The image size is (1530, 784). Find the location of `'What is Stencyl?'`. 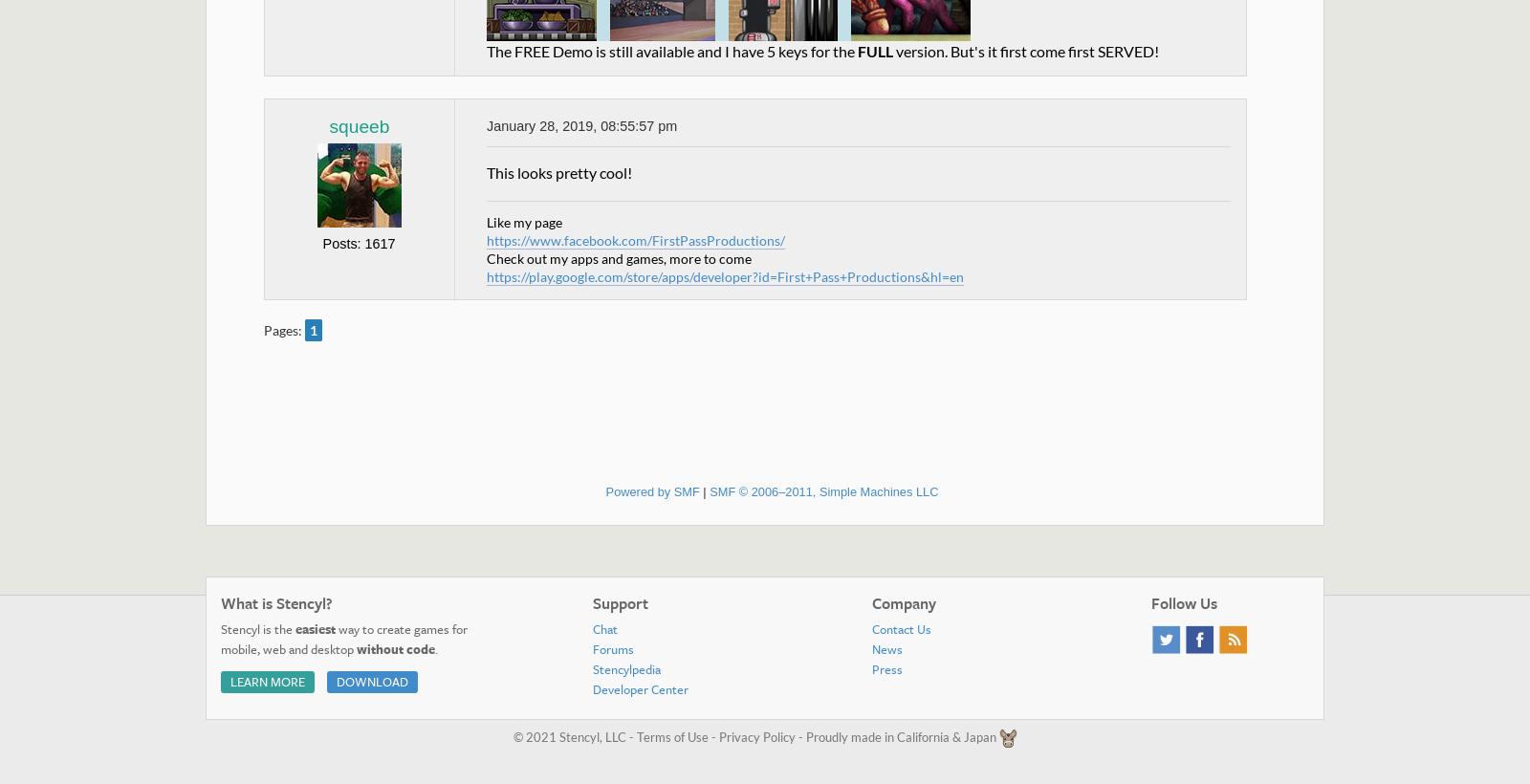

'What is Stencyl?' is located at coordinates (276, 601).